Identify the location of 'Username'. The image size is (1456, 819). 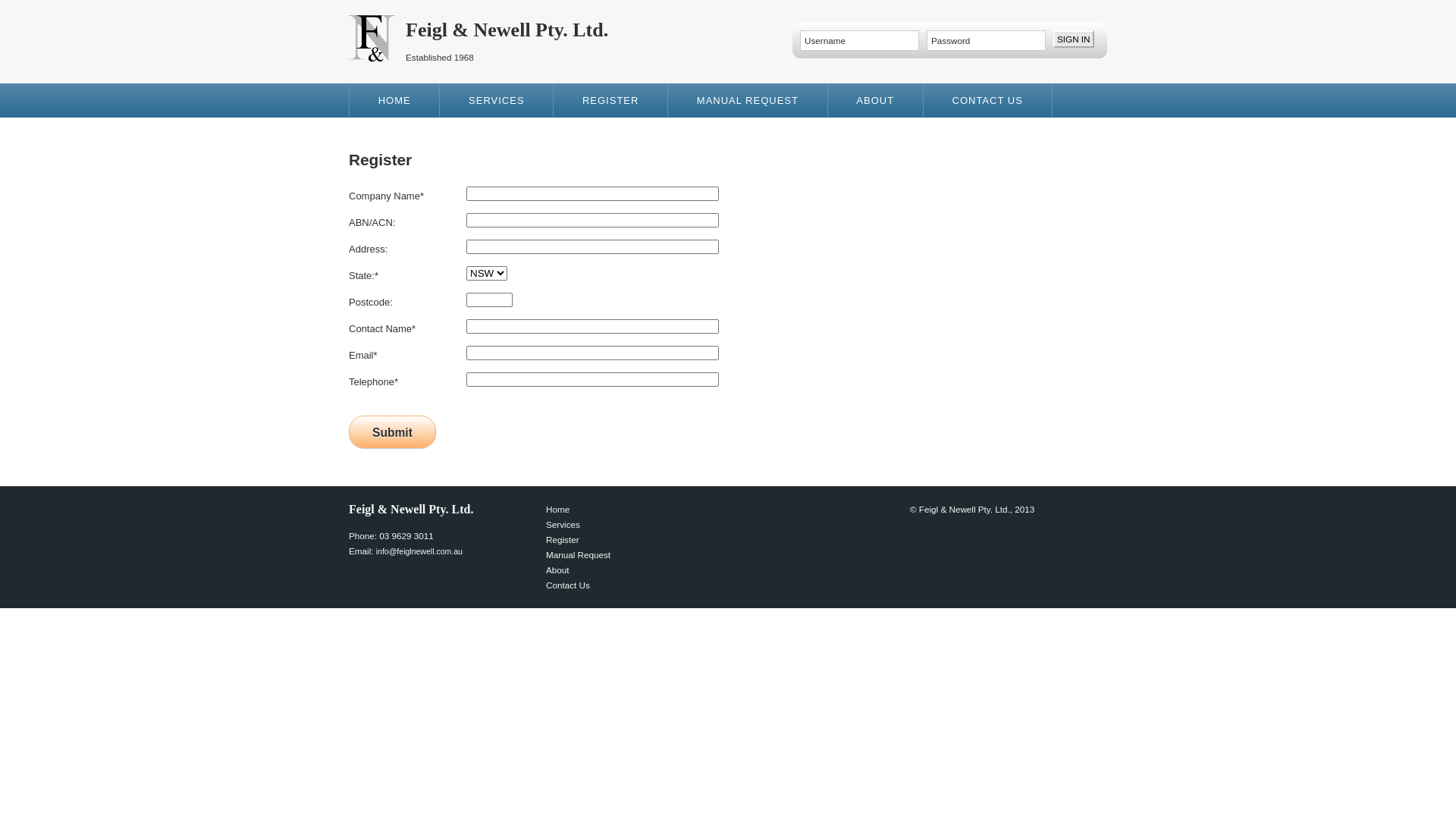
(799, 39).